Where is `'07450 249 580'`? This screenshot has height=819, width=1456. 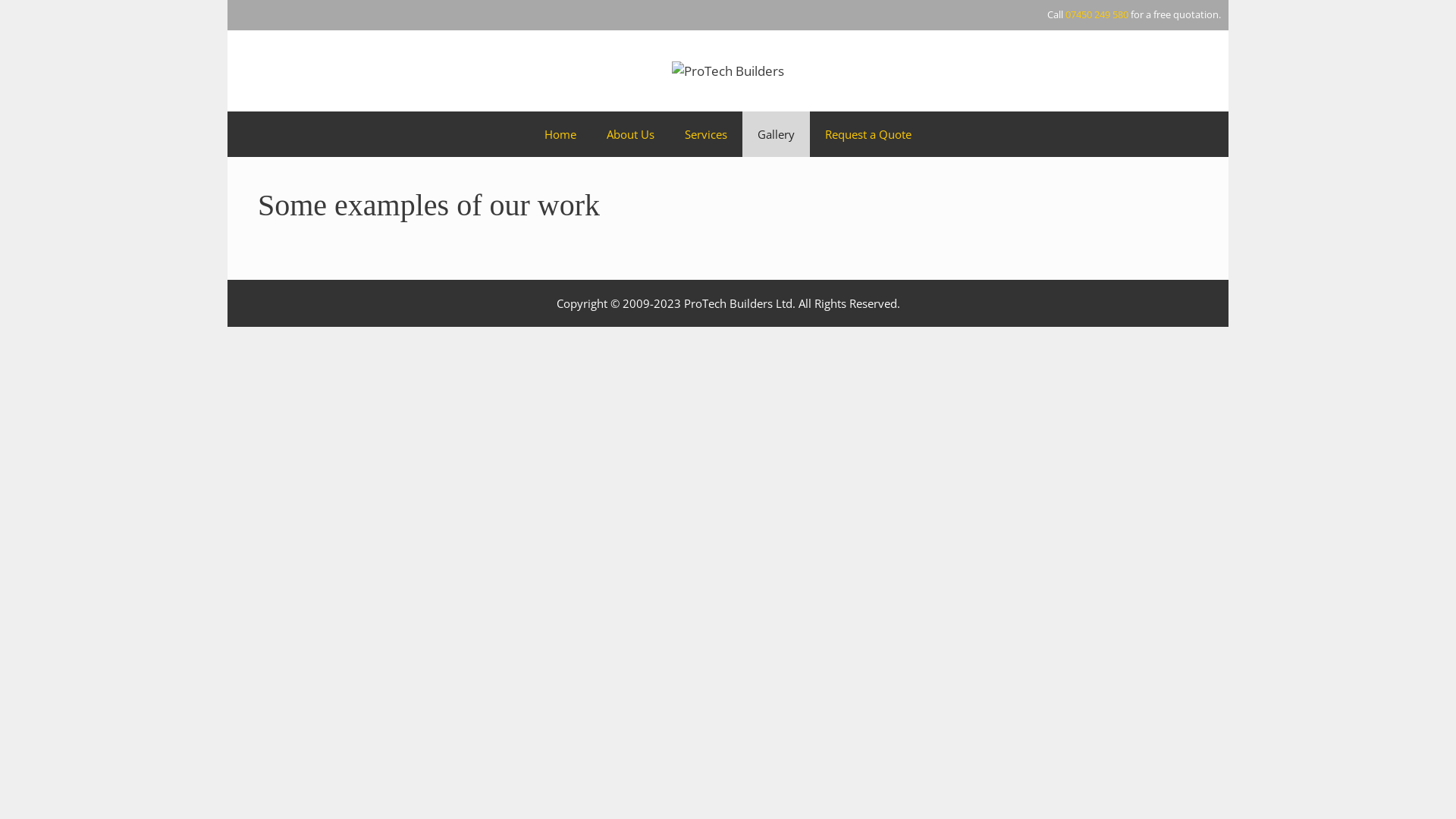 '07450 249 580' is located at coordinates (1097, 14).